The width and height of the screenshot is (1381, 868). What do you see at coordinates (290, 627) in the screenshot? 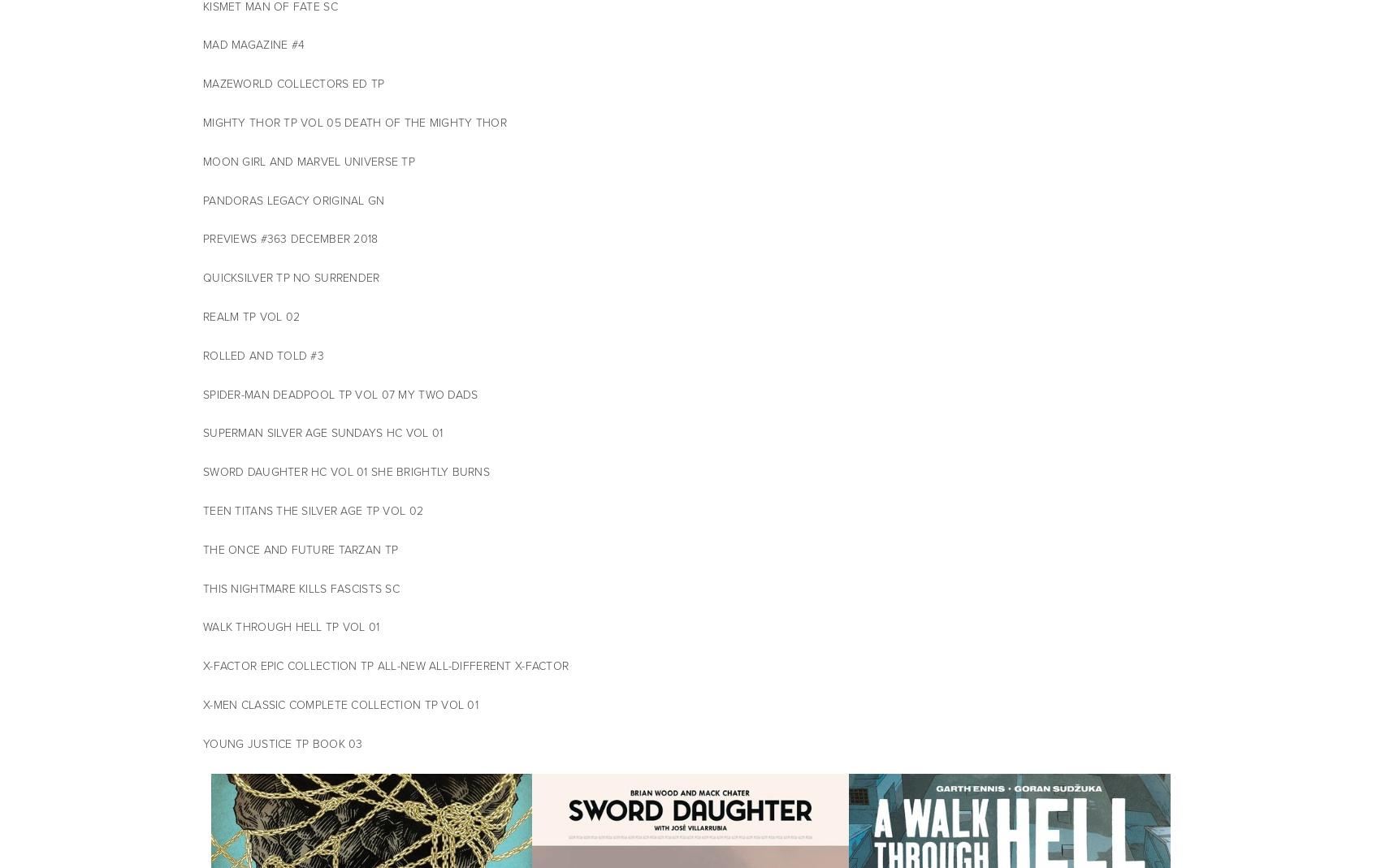
I see `'WALK THROUGH HELL TP VOL 01'` at bounding box center [290, 627].